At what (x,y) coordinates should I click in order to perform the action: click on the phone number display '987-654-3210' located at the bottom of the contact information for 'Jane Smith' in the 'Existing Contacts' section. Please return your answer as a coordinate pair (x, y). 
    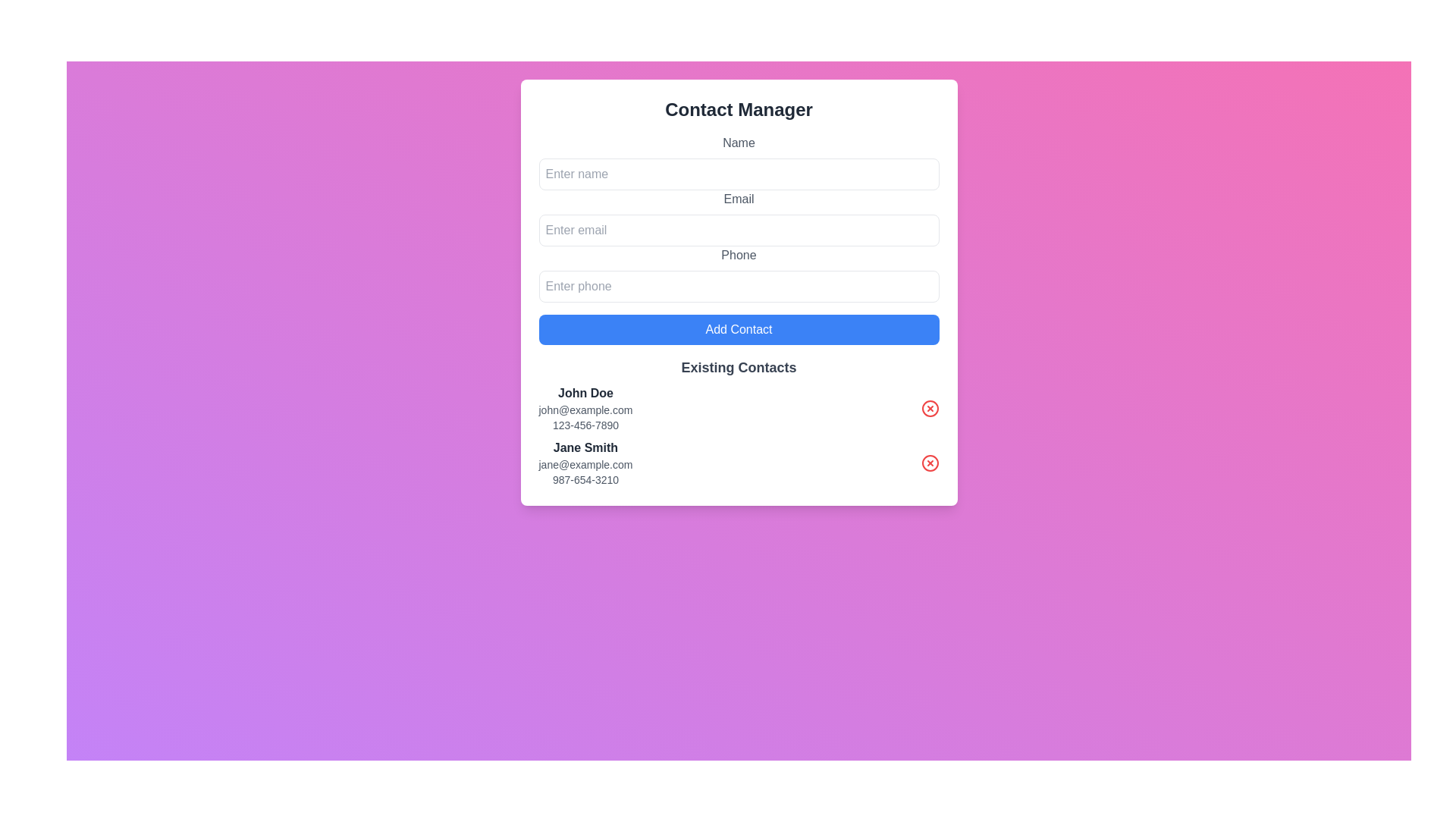
    Looking at the image, I should click on (585, 479).